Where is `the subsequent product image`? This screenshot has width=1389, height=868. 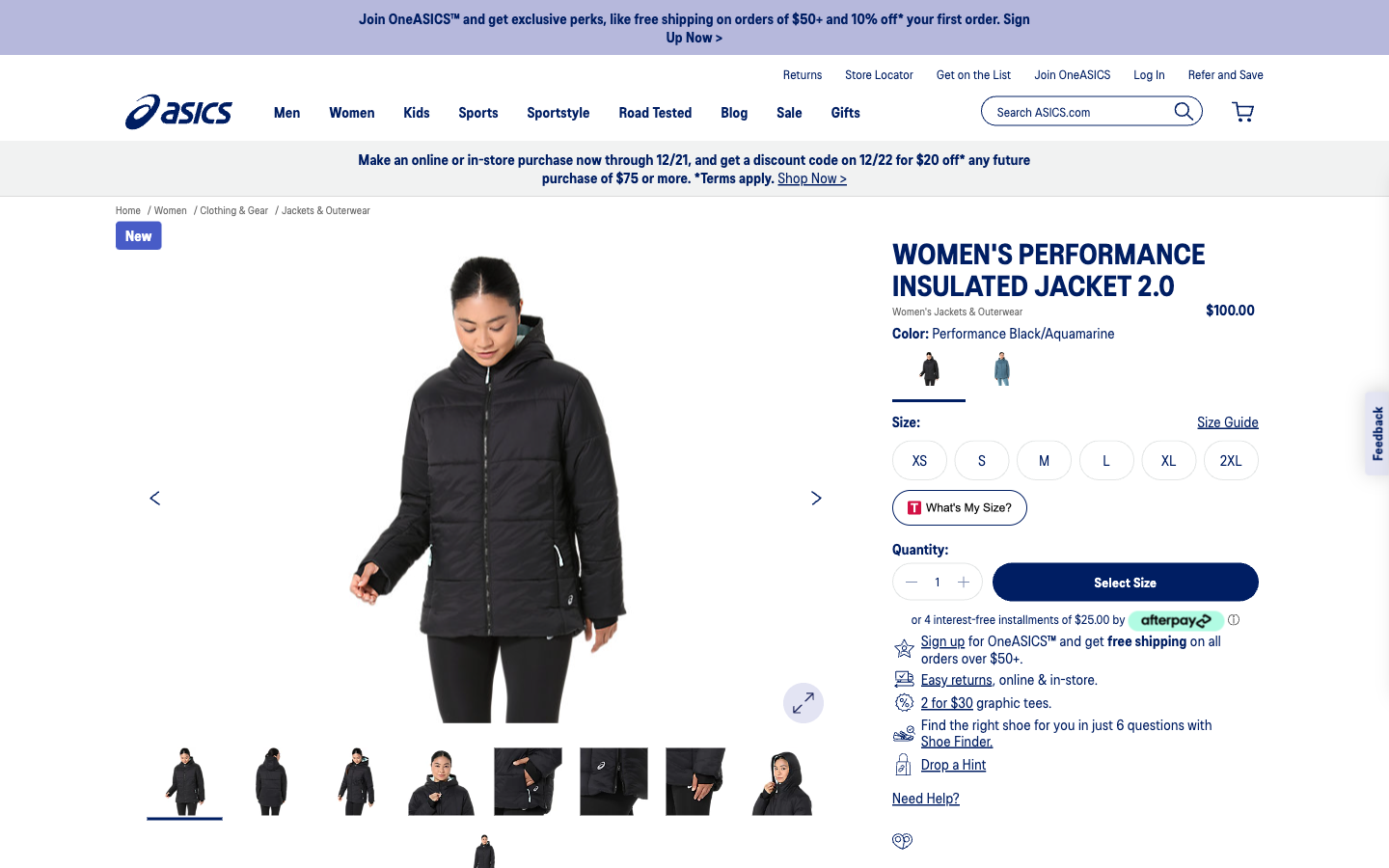
the subsequent product image is located at coordinates (815, 496).